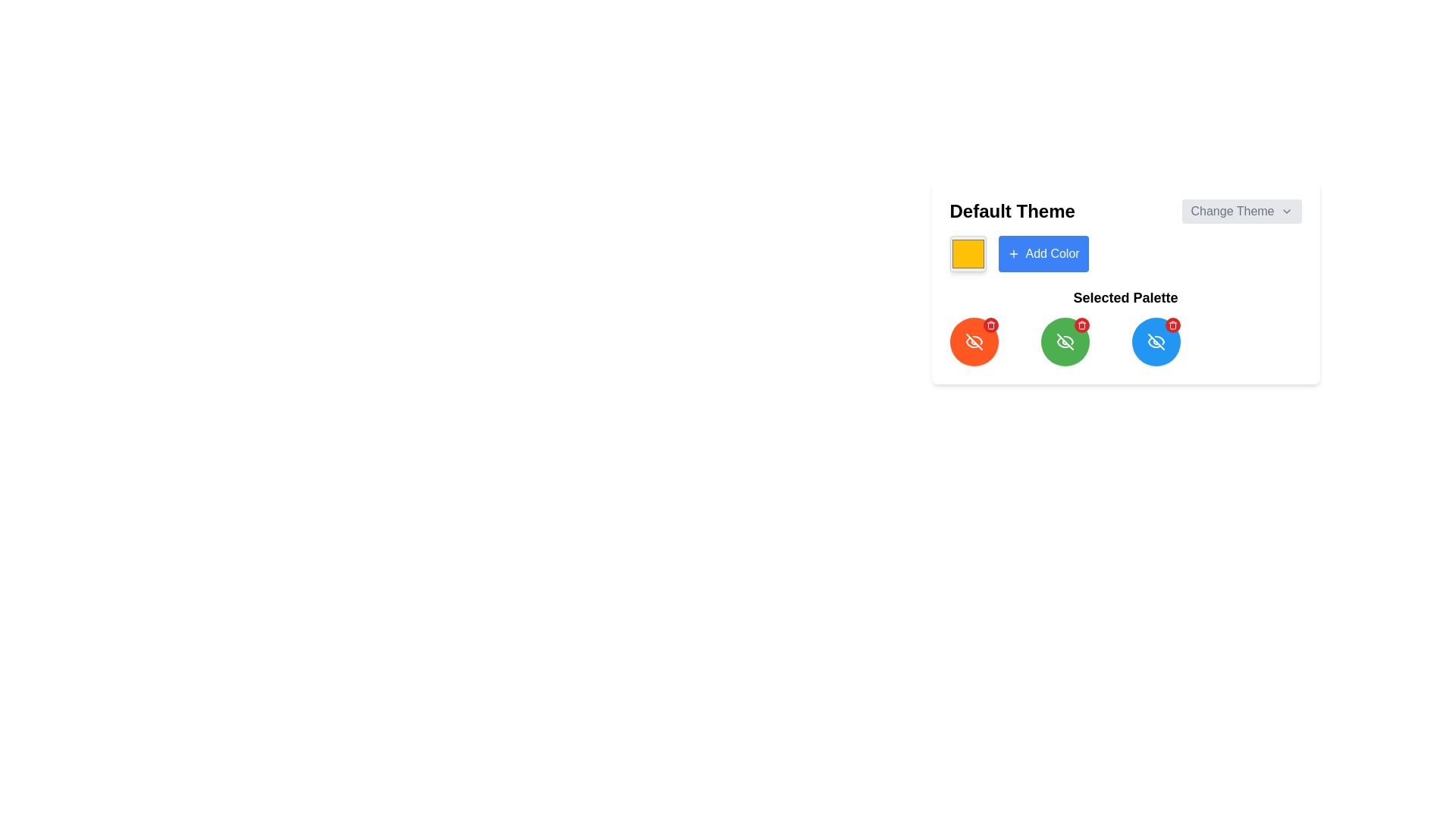  What do you see at coordinates (1125, 298) in the screenshot?
I see `the text label reading 'Selected Palette', which is styled in bold font and serves as a section title above the palette grid` at bounding box center [1125, 298].